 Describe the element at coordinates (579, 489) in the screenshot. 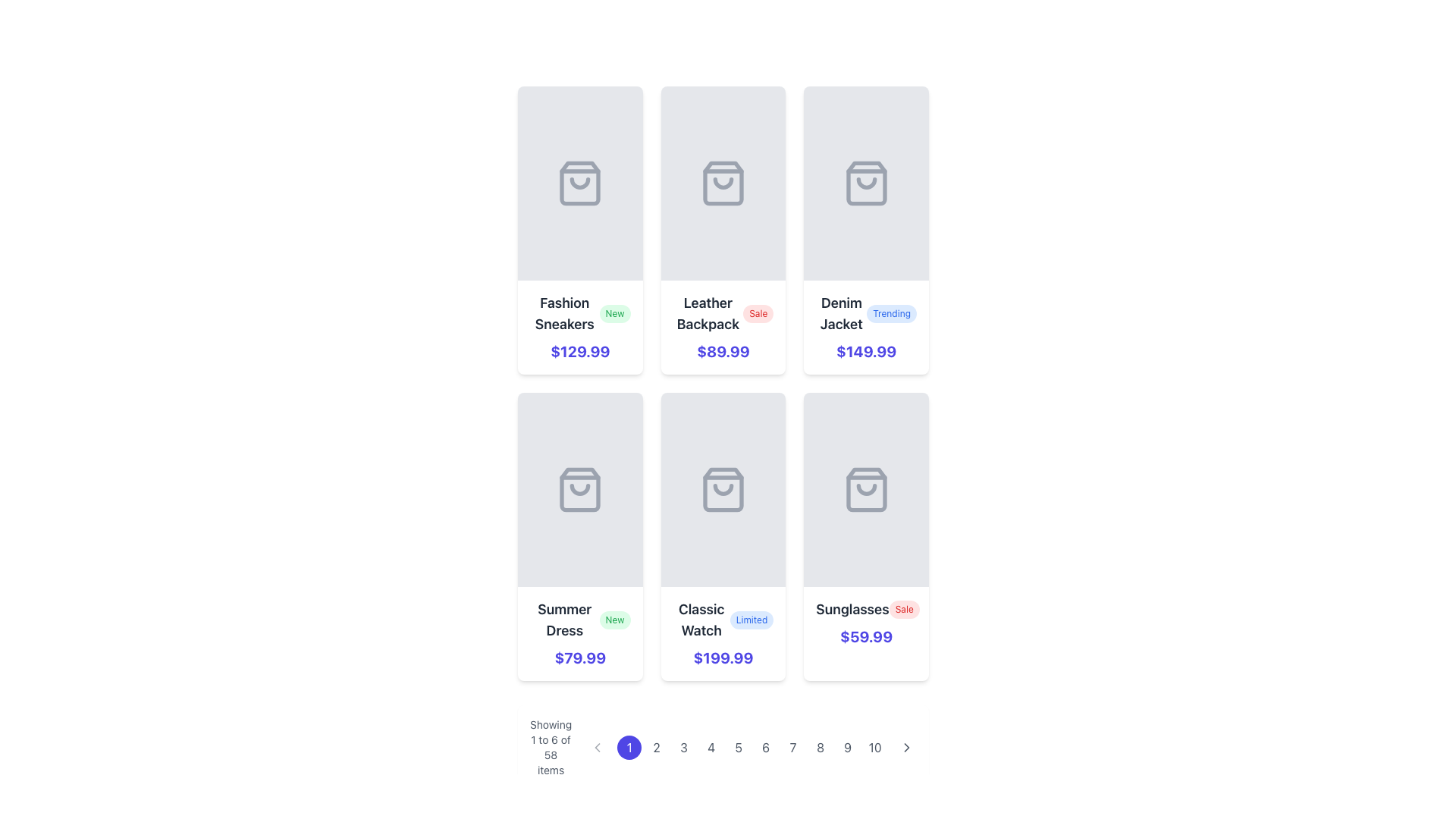

I see `the bottom part of the shopping bag icon, which is styled with a thin stroke and is centered within the card representing the 'Summer Dress' product` at that location.